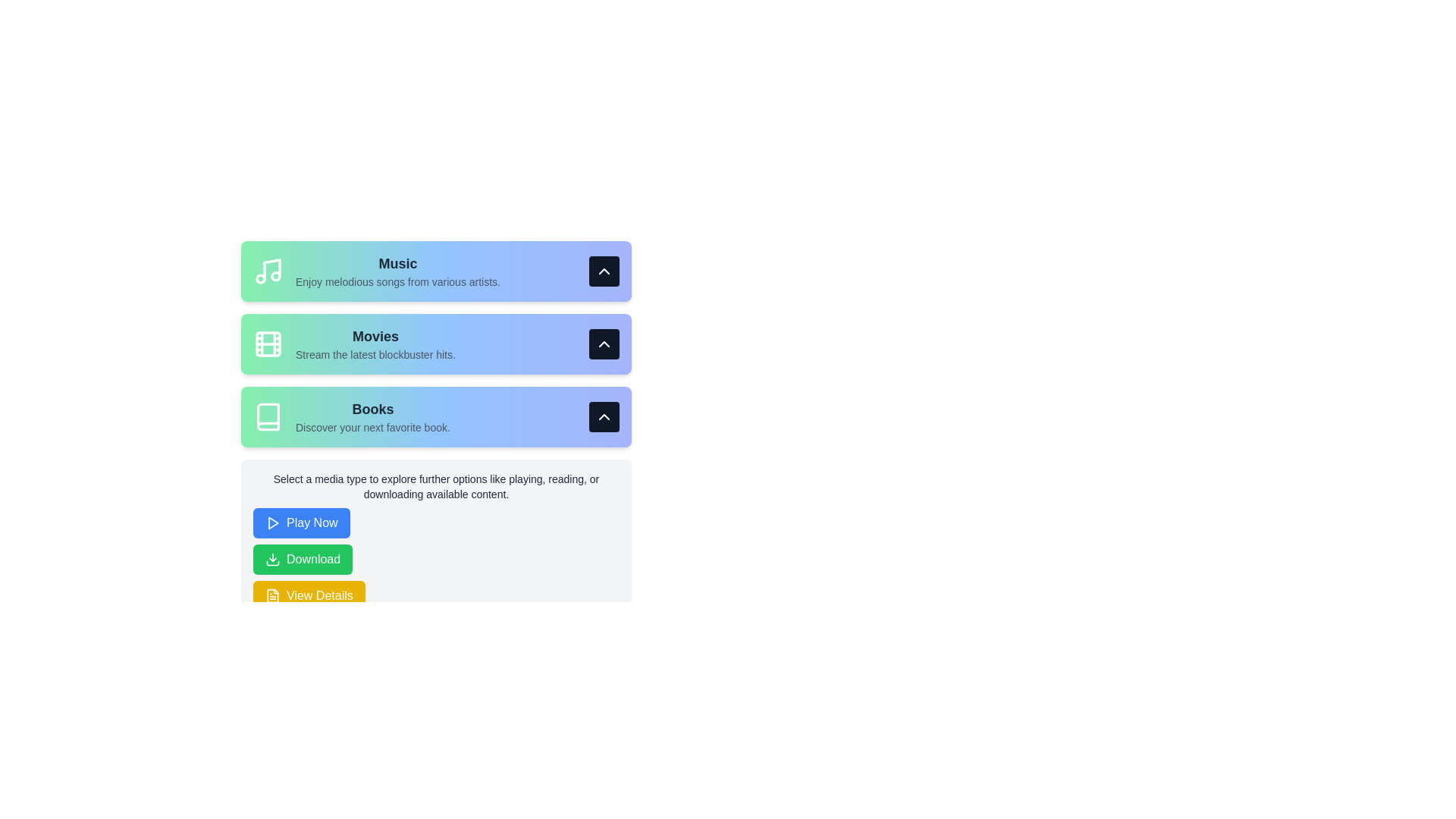 The image size is (1456, 819). What do you see at coordinates (353, 344) in the screenshot?
I see `the Information card located in the second position of the vertically stacked list of cards, situated below the 'Music' card and above the 'Books' card` at bounding box center [353, 344].